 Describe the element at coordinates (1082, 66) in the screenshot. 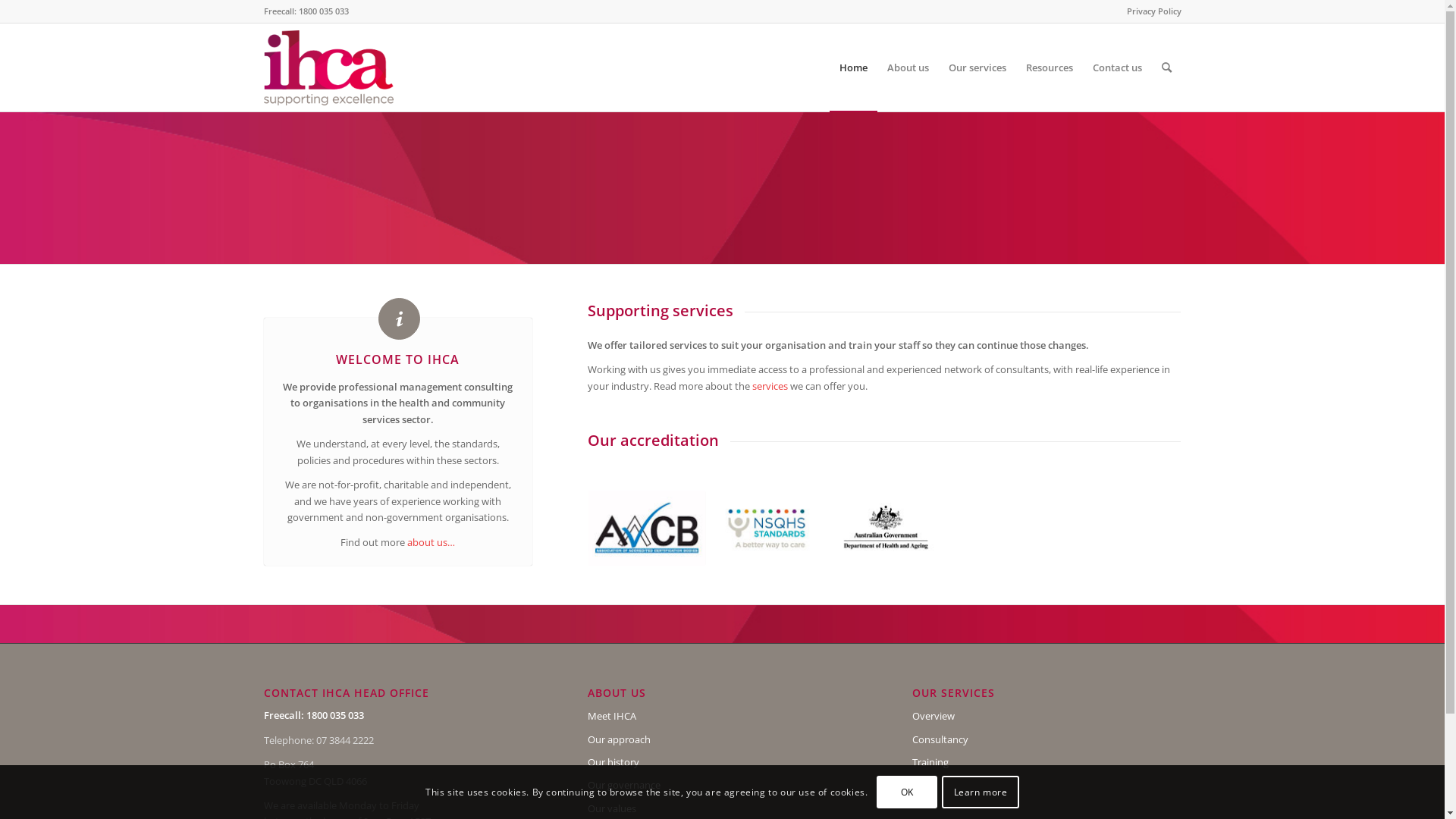

I see `'Contact us'` at that location.